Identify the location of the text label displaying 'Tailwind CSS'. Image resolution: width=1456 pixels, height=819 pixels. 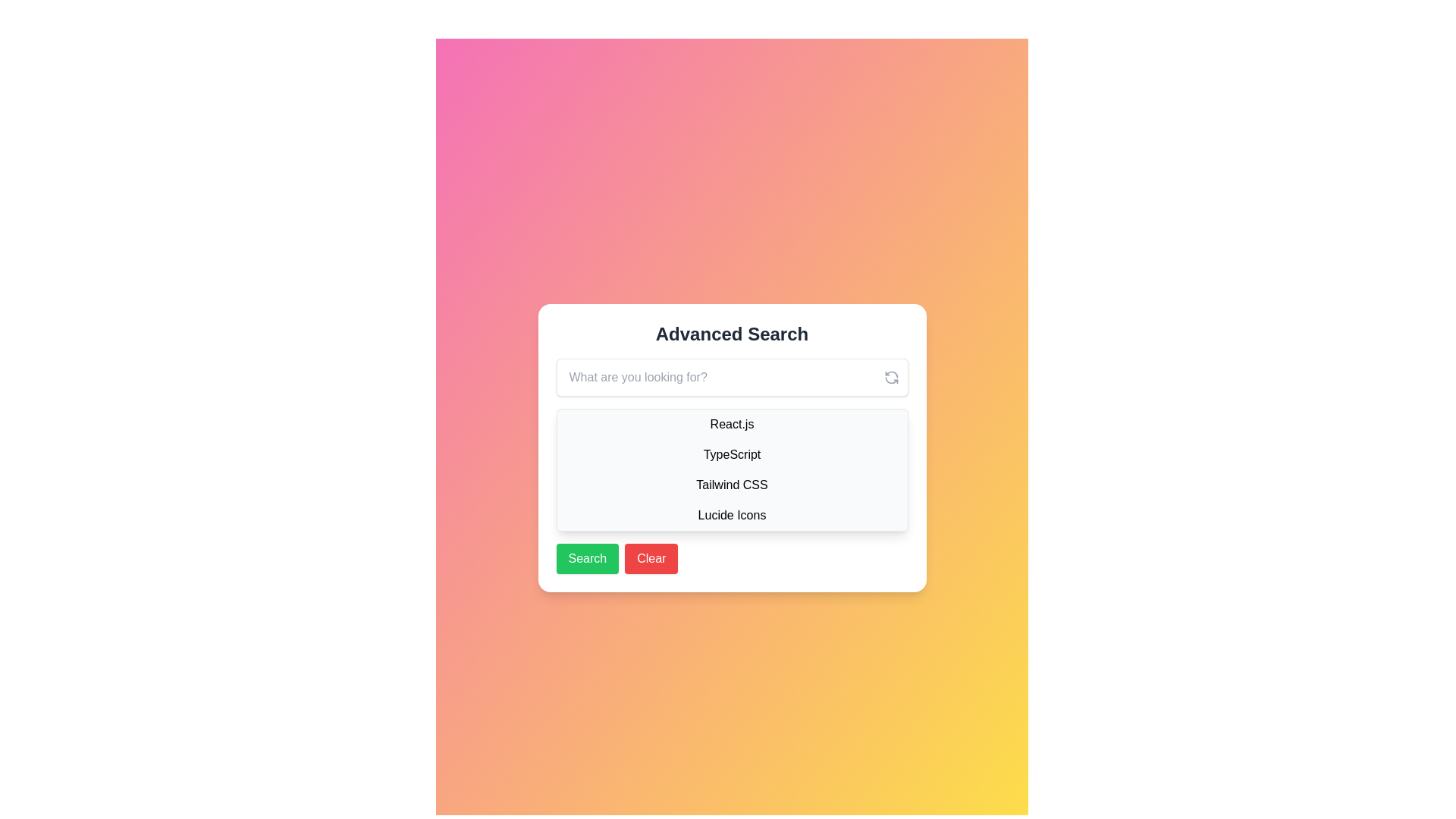
(732, 485).